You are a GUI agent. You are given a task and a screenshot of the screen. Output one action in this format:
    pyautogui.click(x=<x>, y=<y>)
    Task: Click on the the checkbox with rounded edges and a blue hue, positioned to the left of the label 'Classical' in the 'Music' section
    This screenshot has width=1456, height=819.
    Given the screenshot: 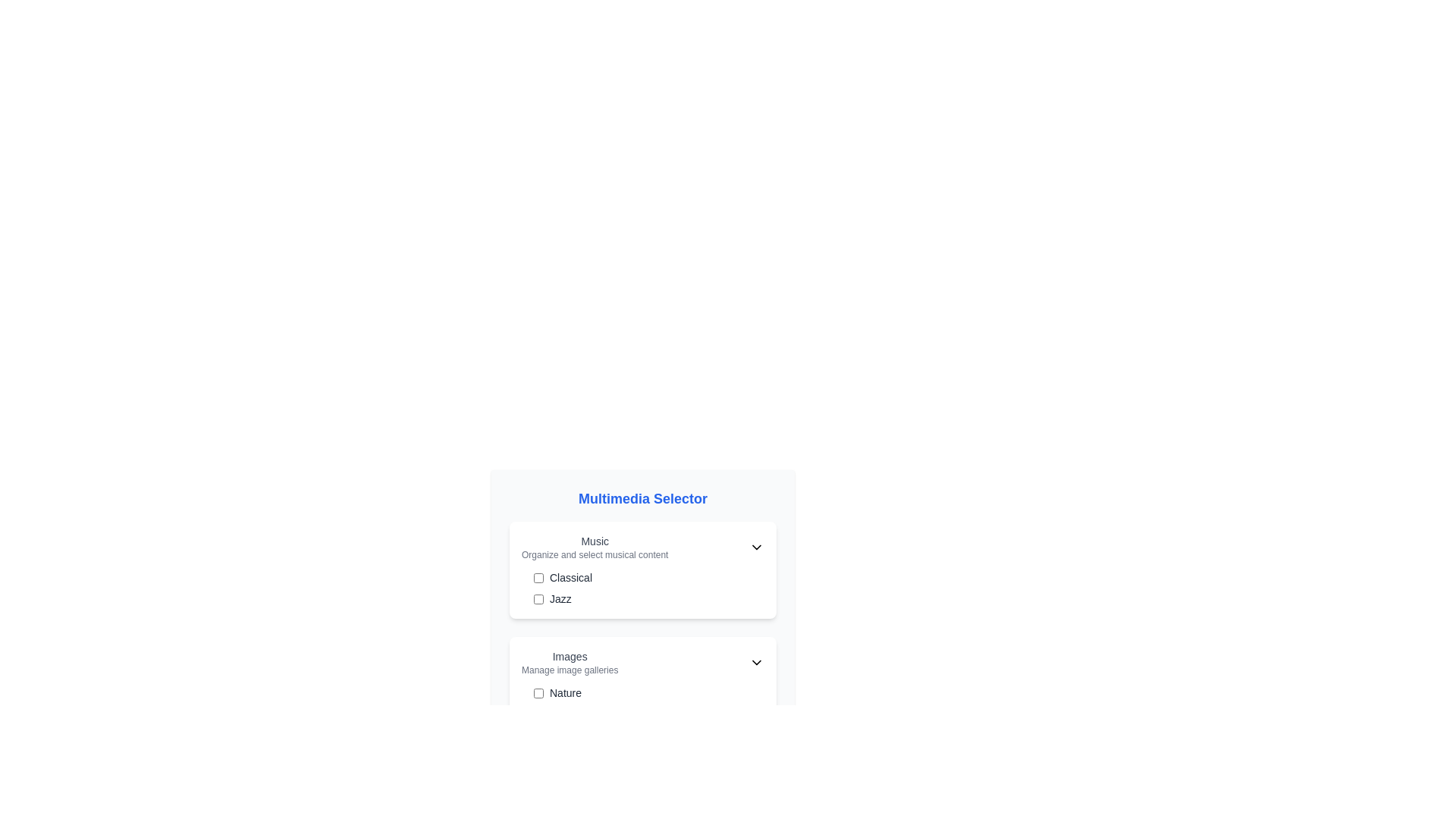 What is the action you would take?
    pyautogui.click(x=538, y=578)
    